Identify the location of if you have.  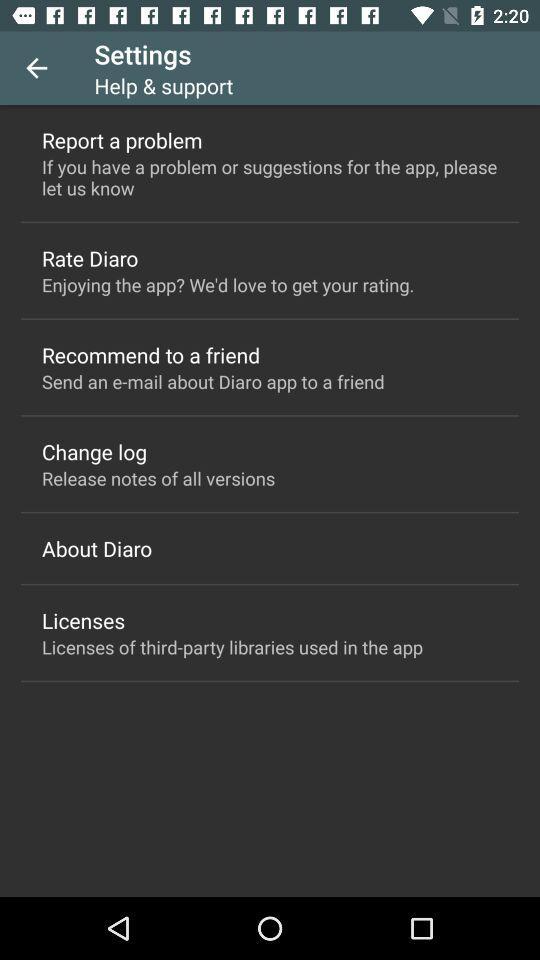
(270, 176).